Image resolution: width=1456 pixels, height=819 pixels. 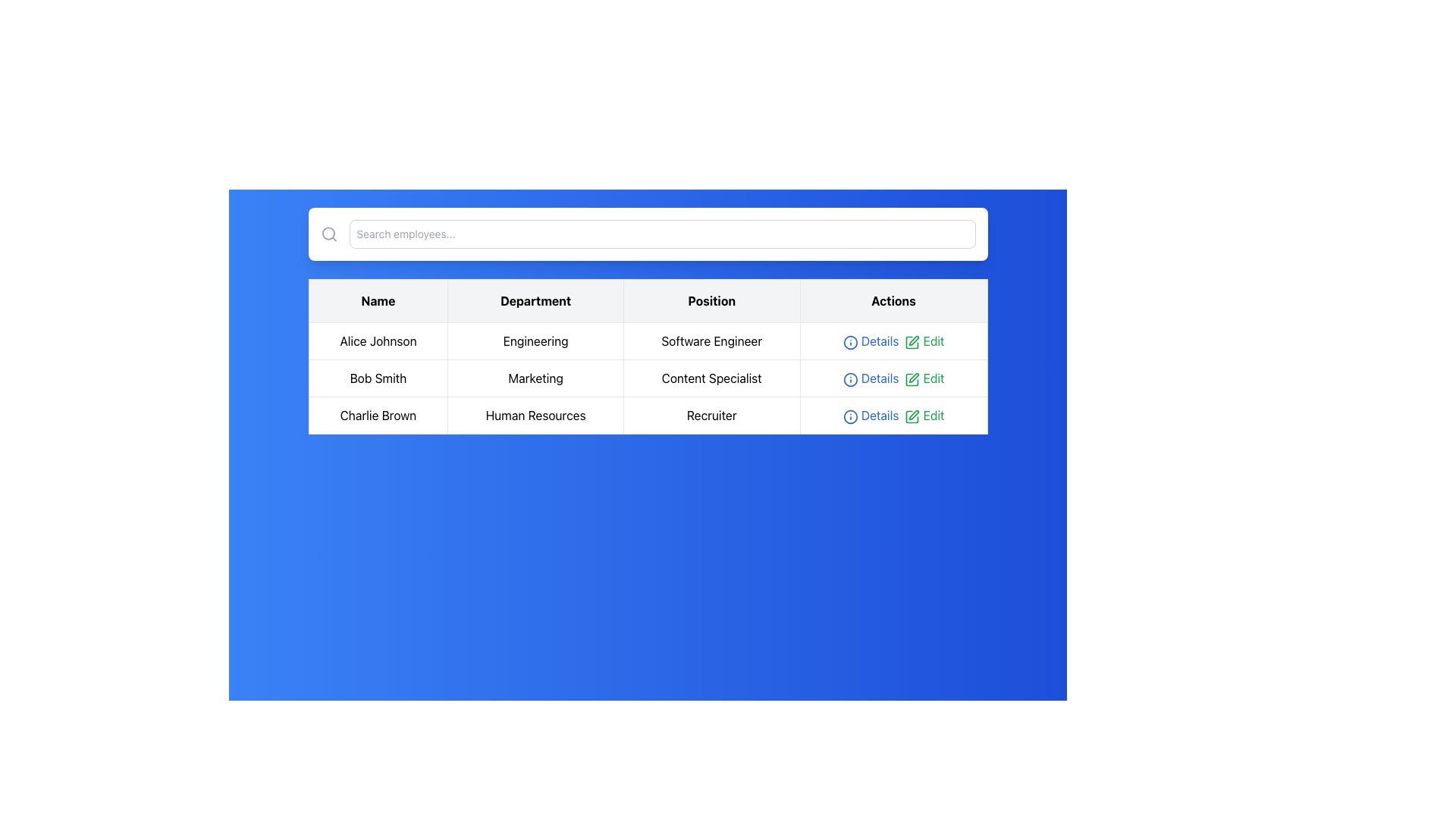 I want to click on the Text Label displaying the job title in the 'Position' column of the table for the 'Engineering' department, so click(x=711, y=341).